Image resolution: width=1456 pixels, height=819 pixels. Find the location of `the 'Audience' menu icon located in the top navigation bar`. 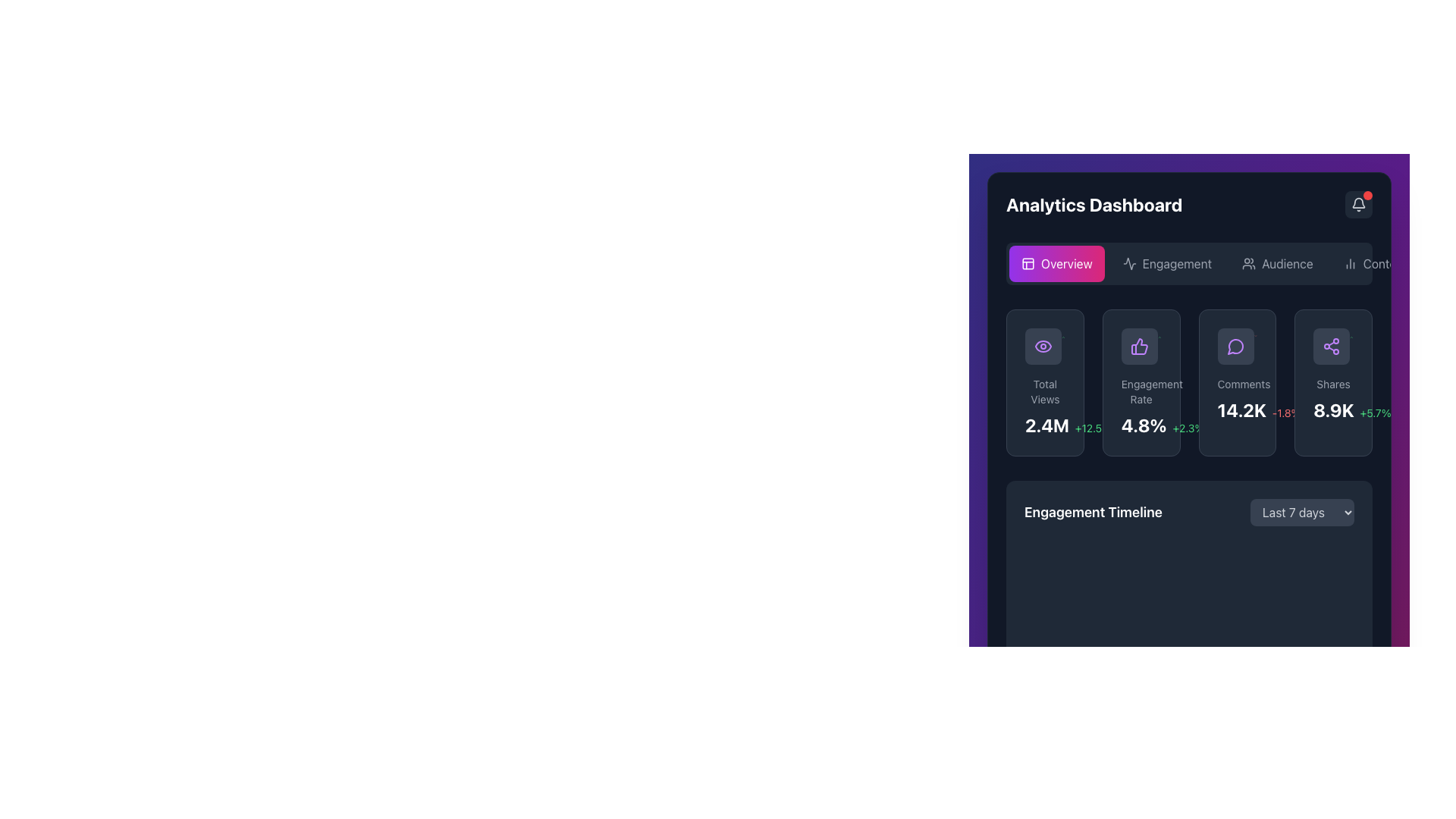

the 'Audience' menu icon located in the top navigation bar is located at coordinates (1249, 262).